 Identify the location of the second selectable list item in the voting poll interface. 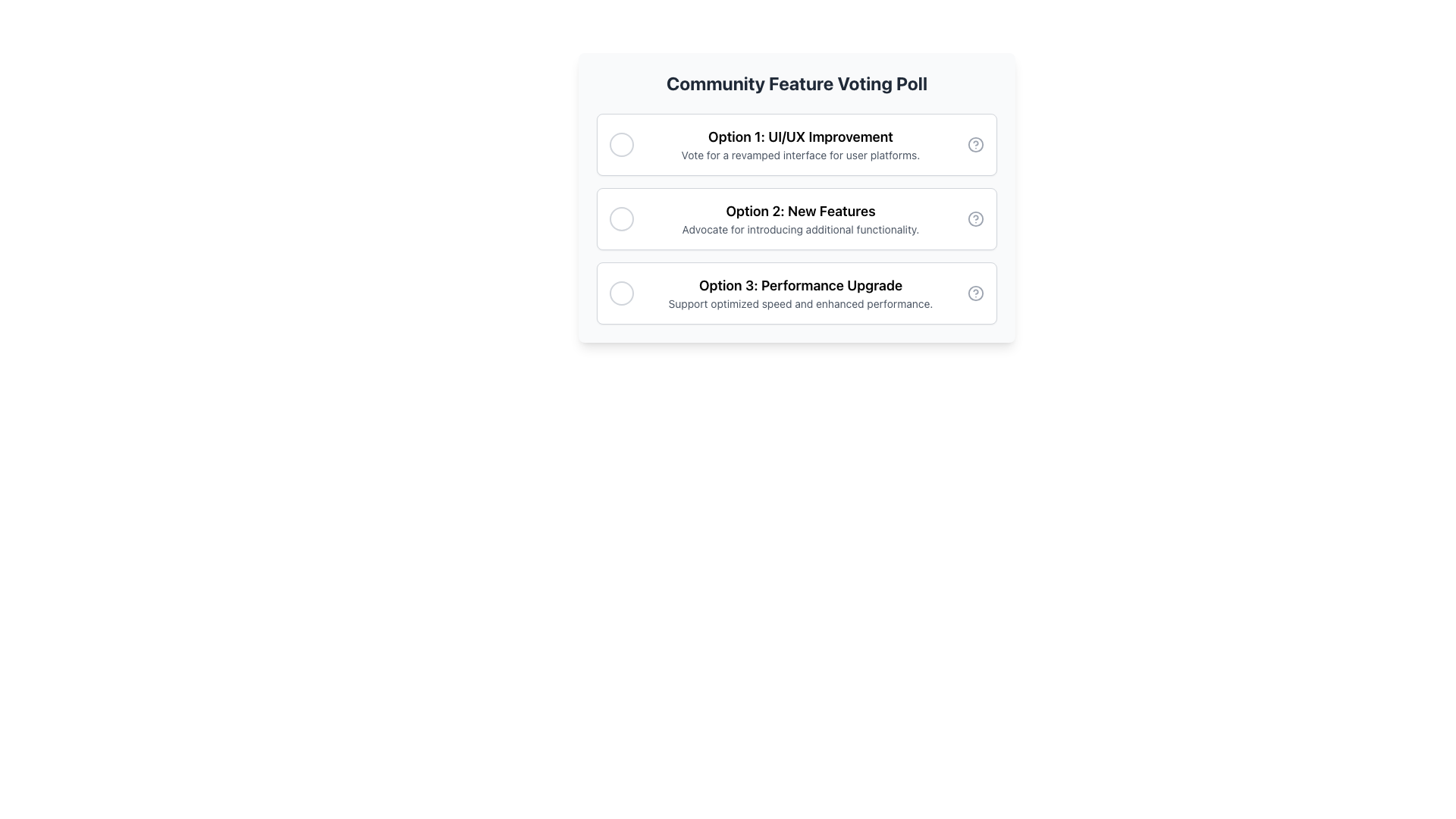
(796, 219).